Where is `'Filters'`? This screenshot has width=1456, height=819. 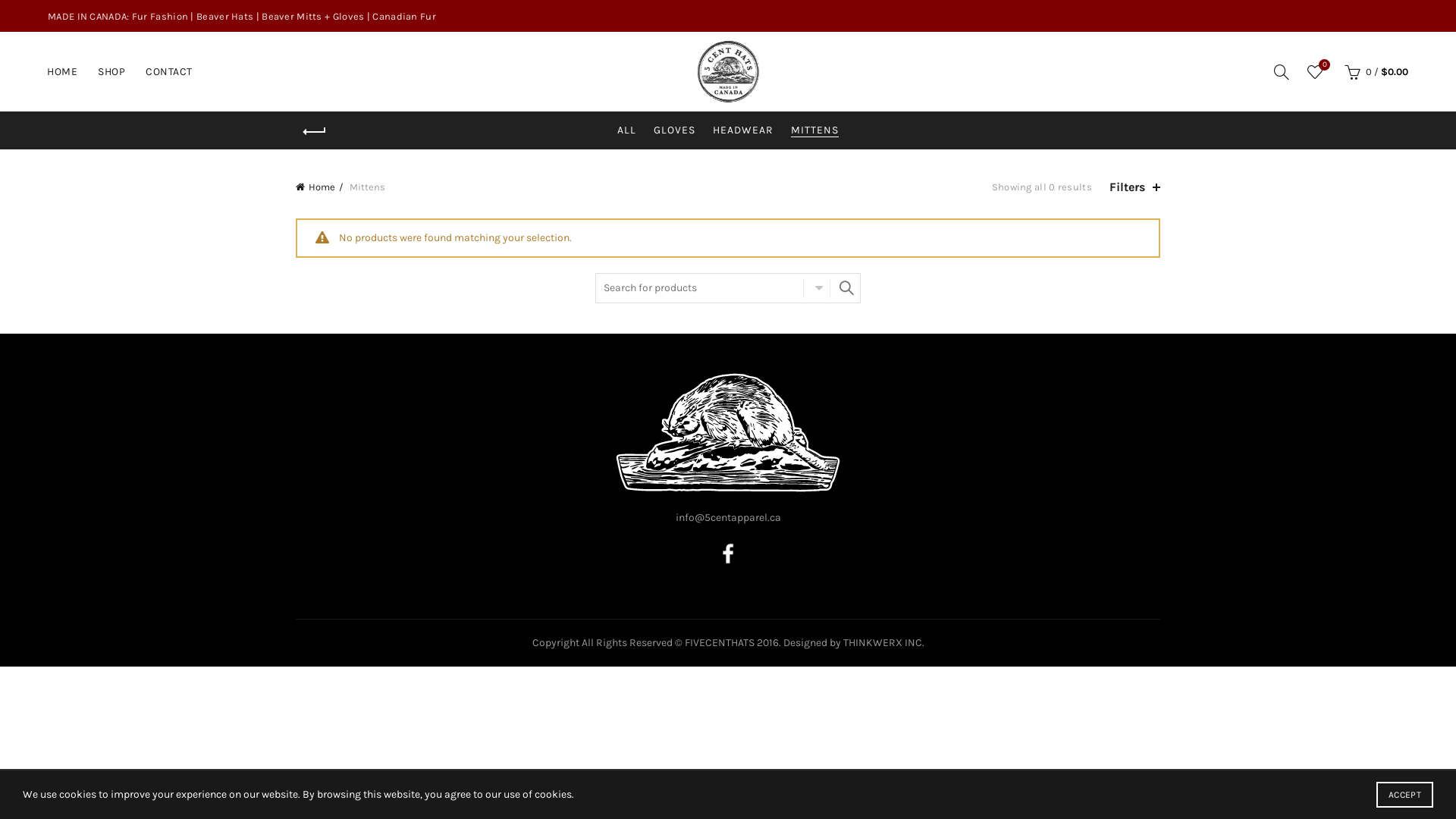
'Filters' is located at coordinates (1134, 186).